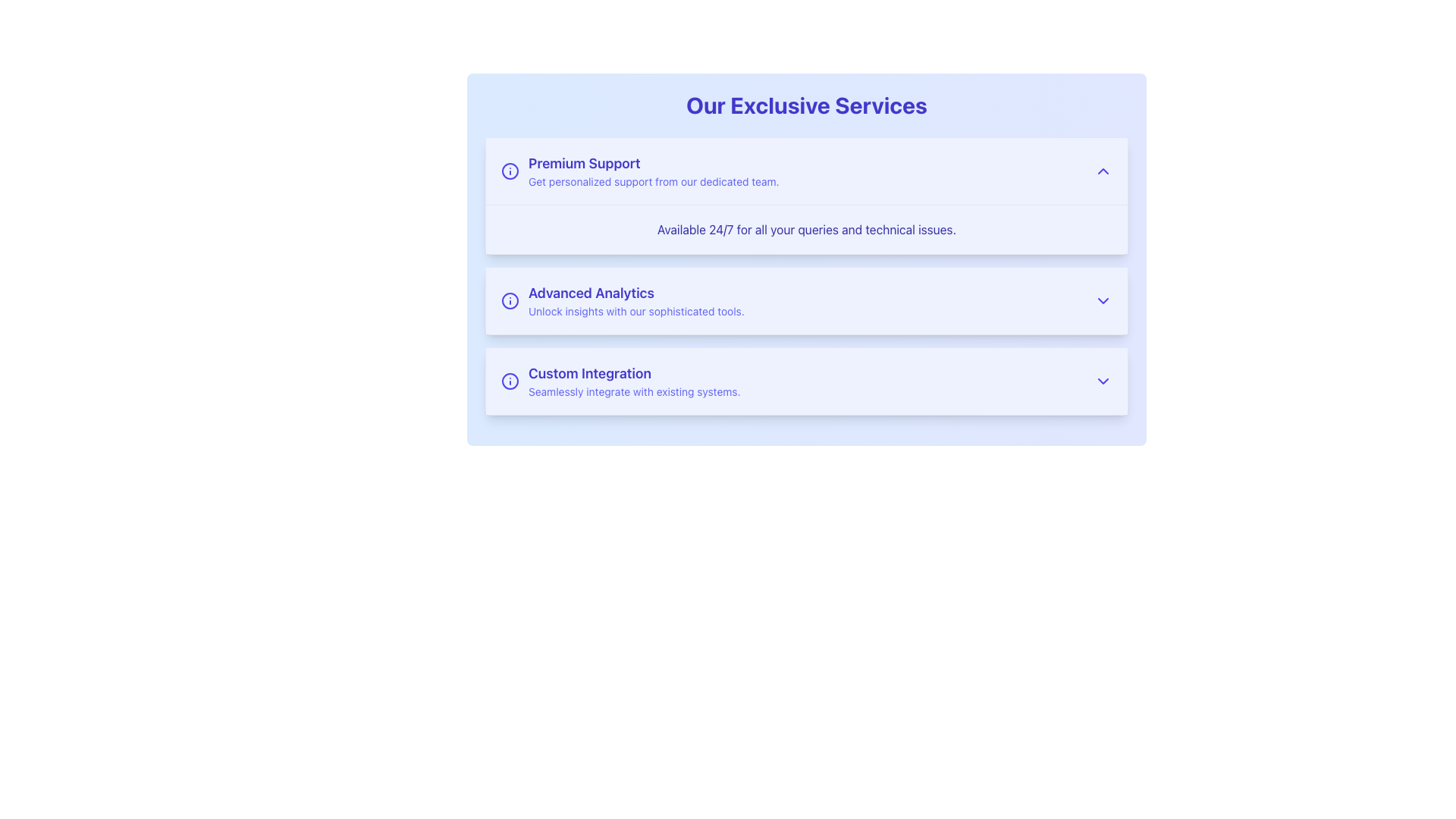 Image resolution: width=1456 pixels, height=819 pixels. What do you see at coordinates (806, 229) in the screenshot?
I see `the text label that says 'Available 24/7 for all your queries and technical issues.' located in the Premium Support section` at bounding box center [806, 229].